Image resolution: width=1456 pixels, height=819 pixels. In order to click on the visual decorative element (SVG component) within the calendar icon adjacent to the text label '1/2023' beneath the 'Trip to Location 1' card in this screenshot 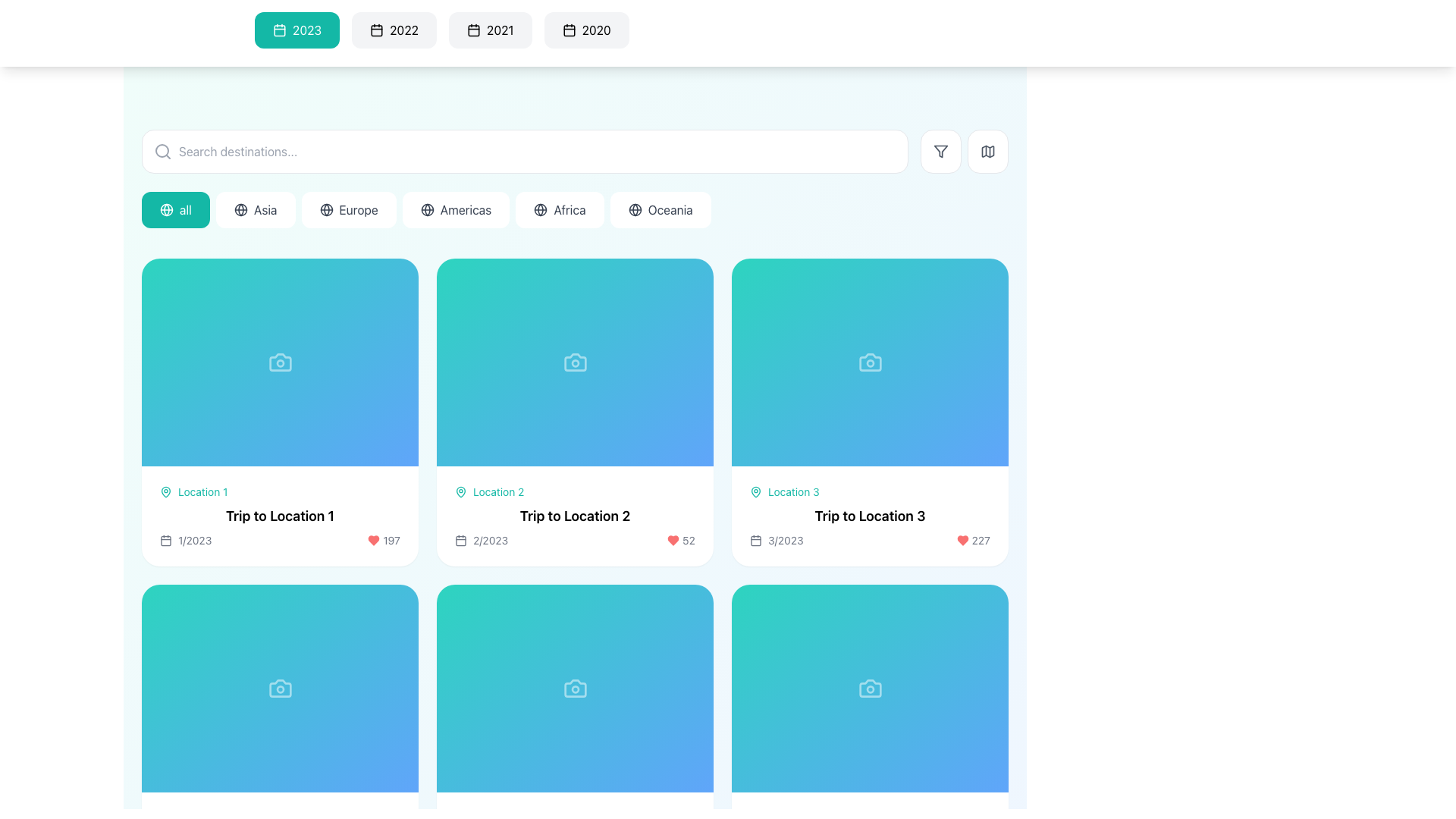, I will do `click(166, 540)`.